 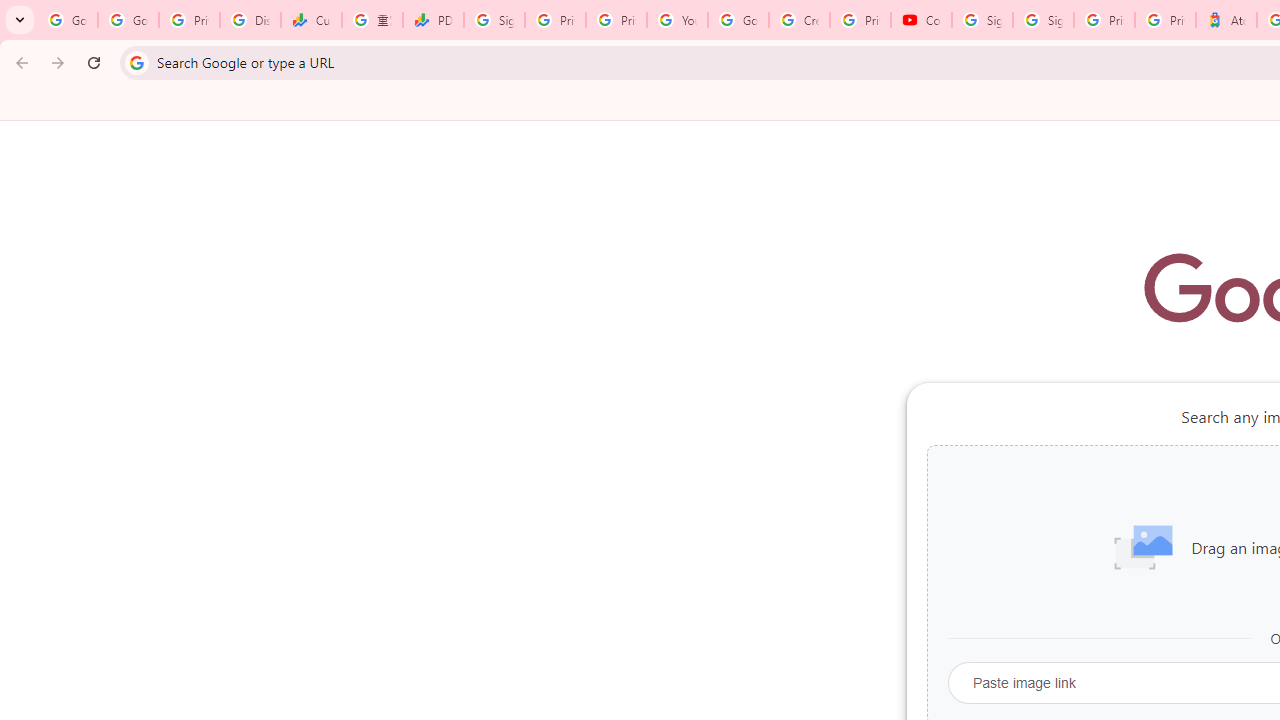 What do you see at coordinates (737, 20) in the screenshot?
I see `'Google Account Help'` at bounding box center [737, 20].